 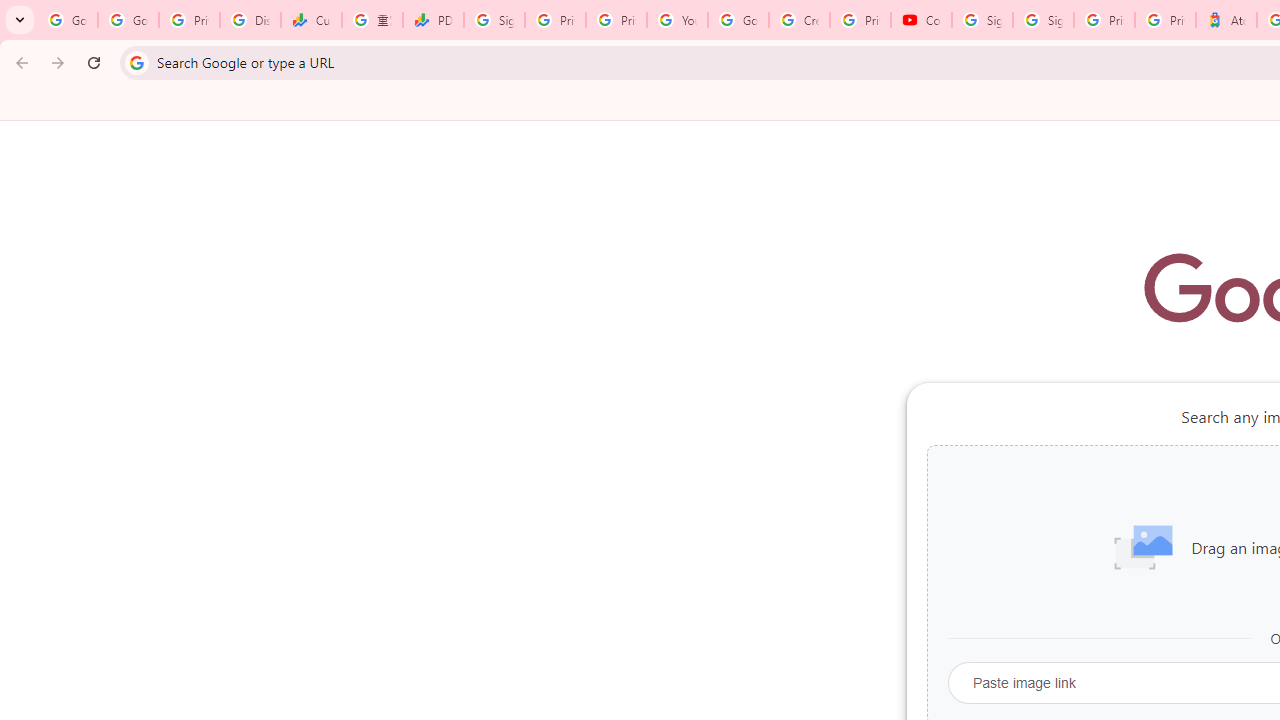 What do you see at coordinates (737, 20) in the screenshot?
I see `'Google Account Help'` at bounding box center [737, 20].